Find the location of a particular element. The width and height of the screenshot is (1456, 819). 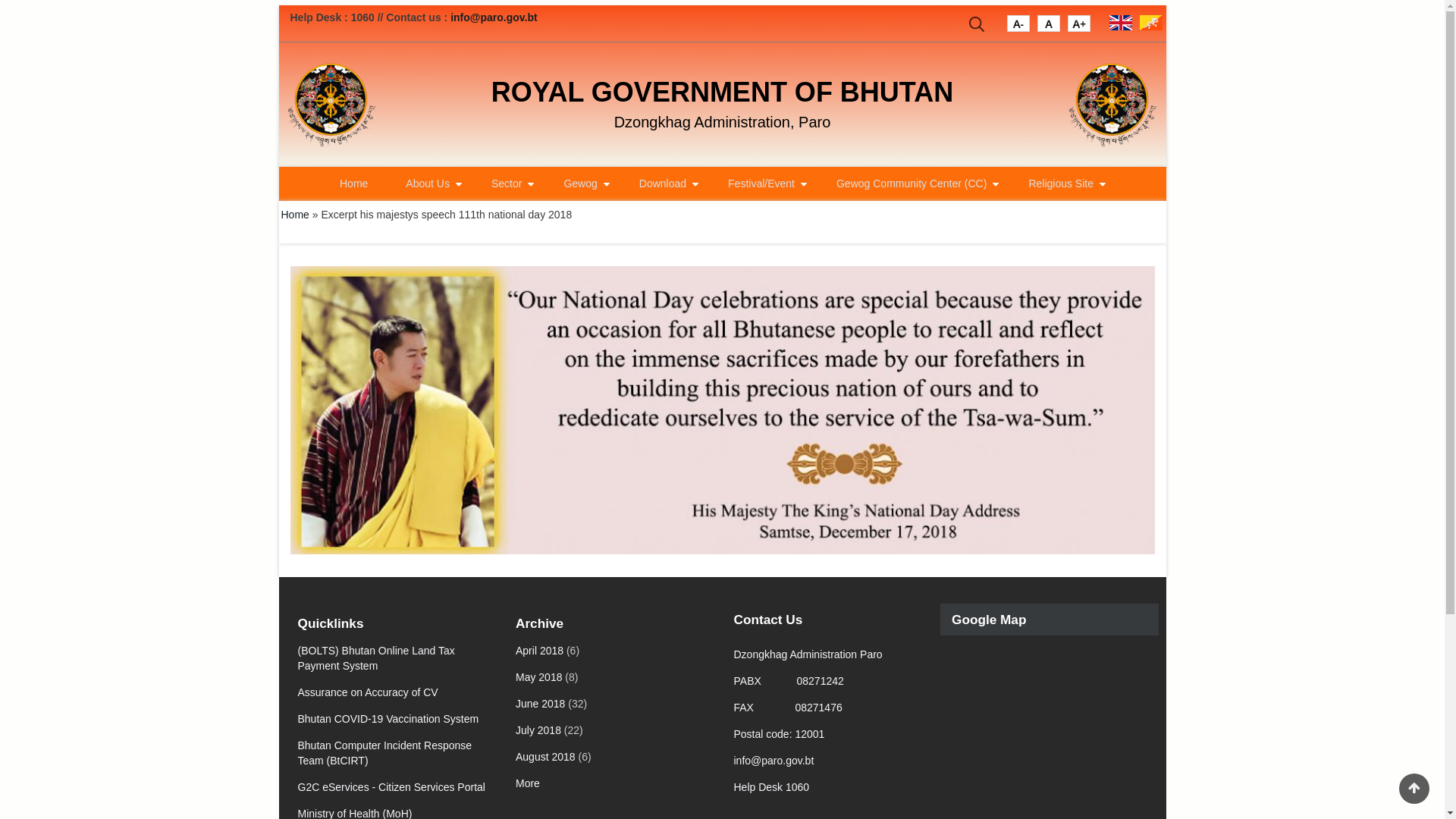

'Home' is located at coordinates (294, 214).